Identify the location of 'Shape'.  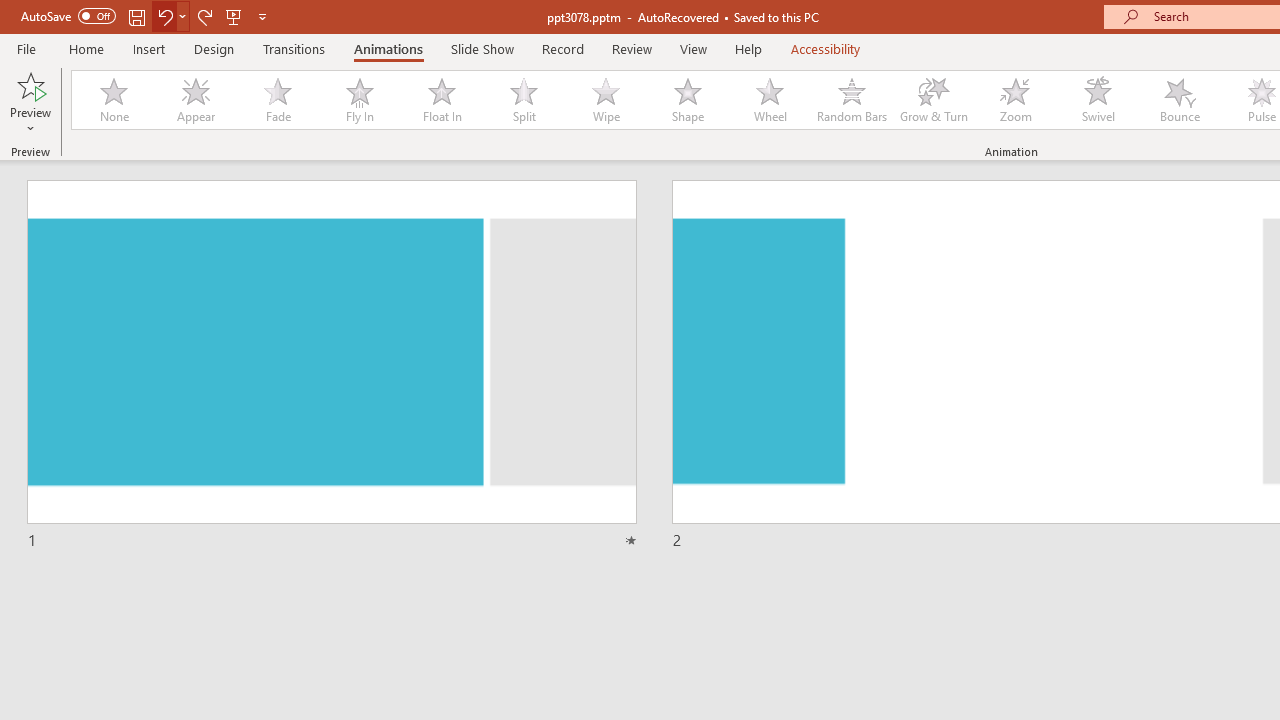
(688, 100).